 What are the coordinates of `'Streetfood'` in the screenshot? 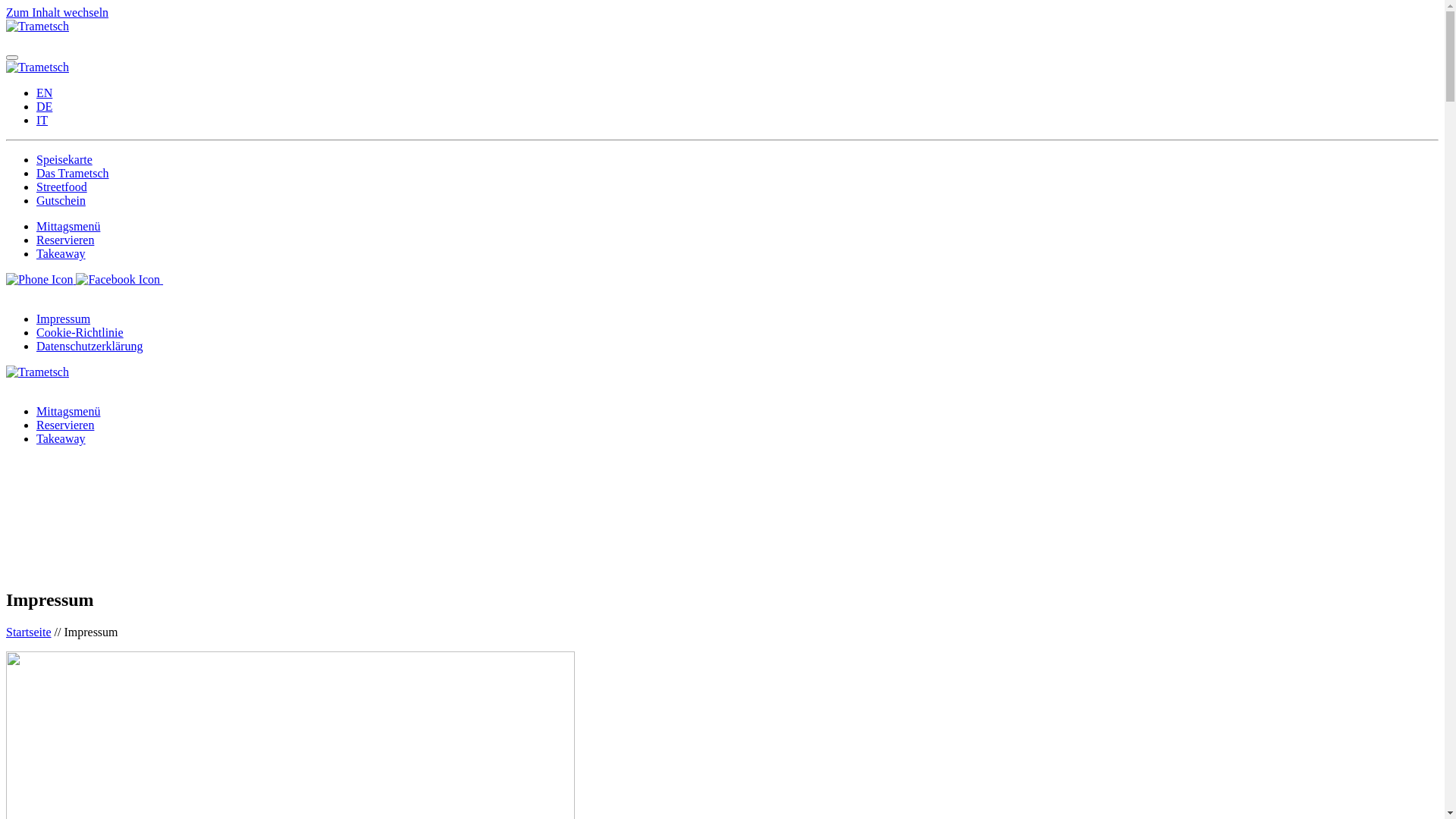 It's located at (61, 186).